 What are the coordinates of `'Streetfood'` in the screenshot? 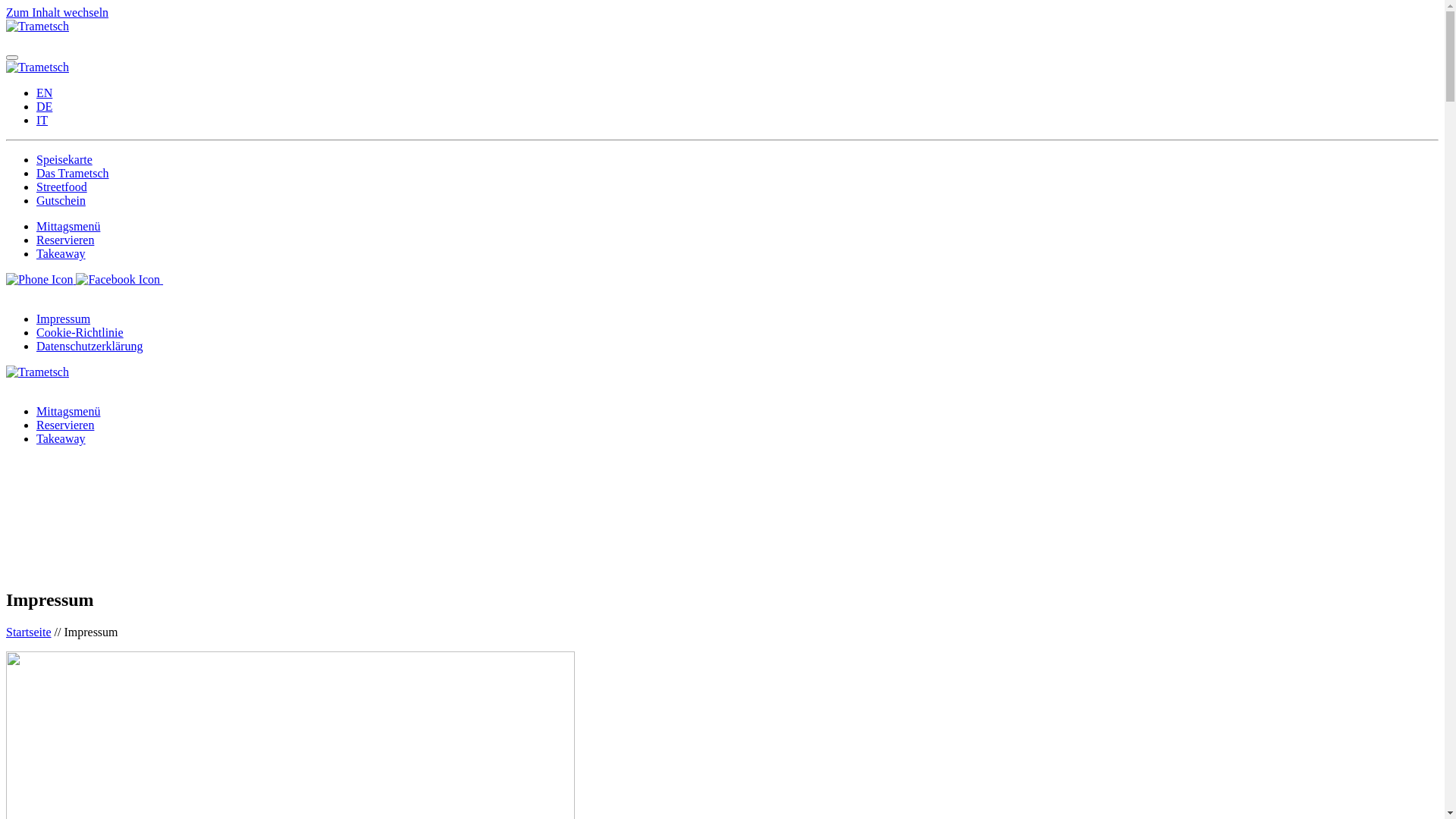 It's located at (61, 186).